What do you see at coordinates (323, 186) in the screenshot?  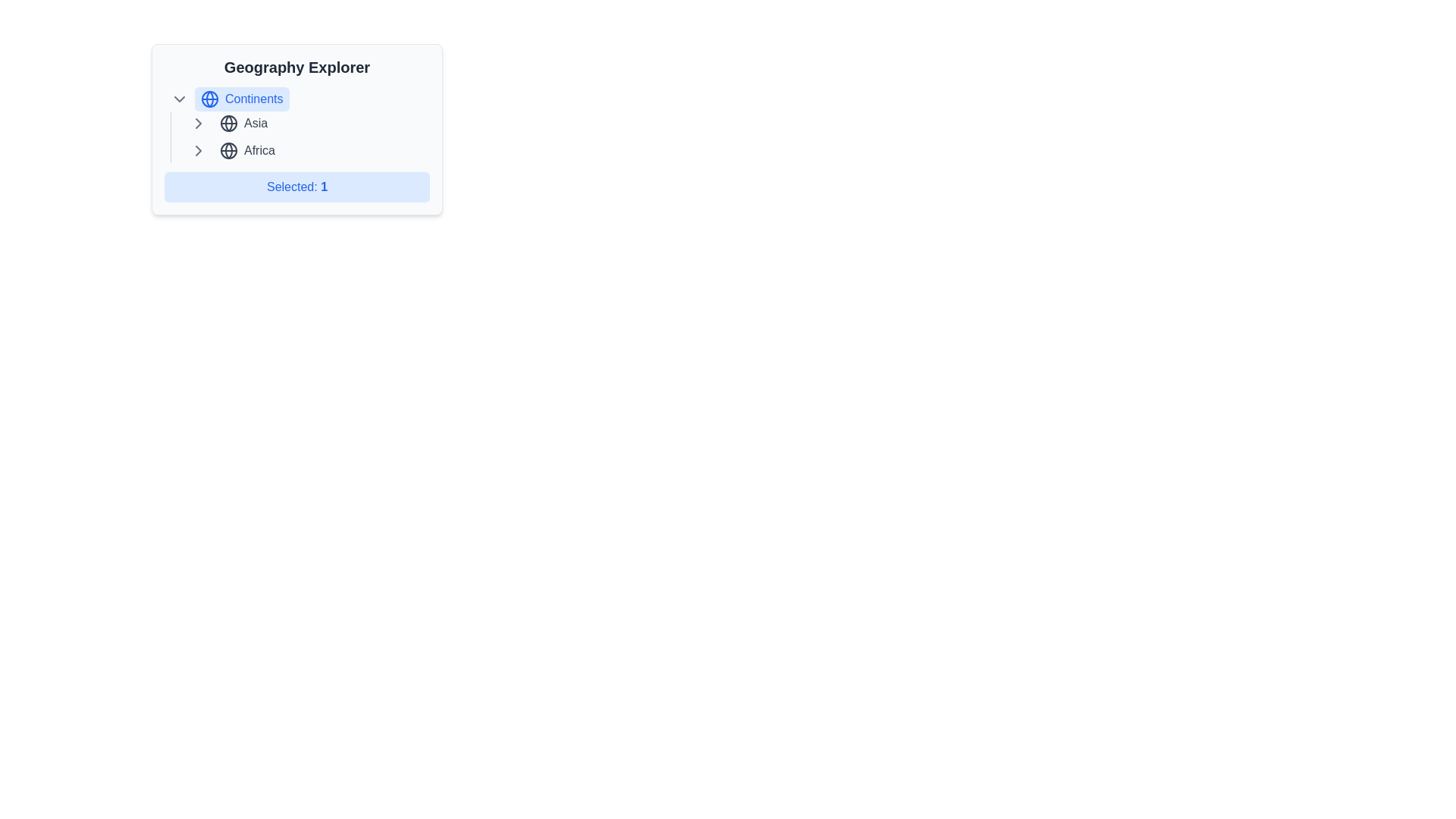 I see `the Text label displaying the number '1' in blue font, part of the label 'Selected: 1' in the 'Geography Explorer' widget` at bounding box center [323, 186].